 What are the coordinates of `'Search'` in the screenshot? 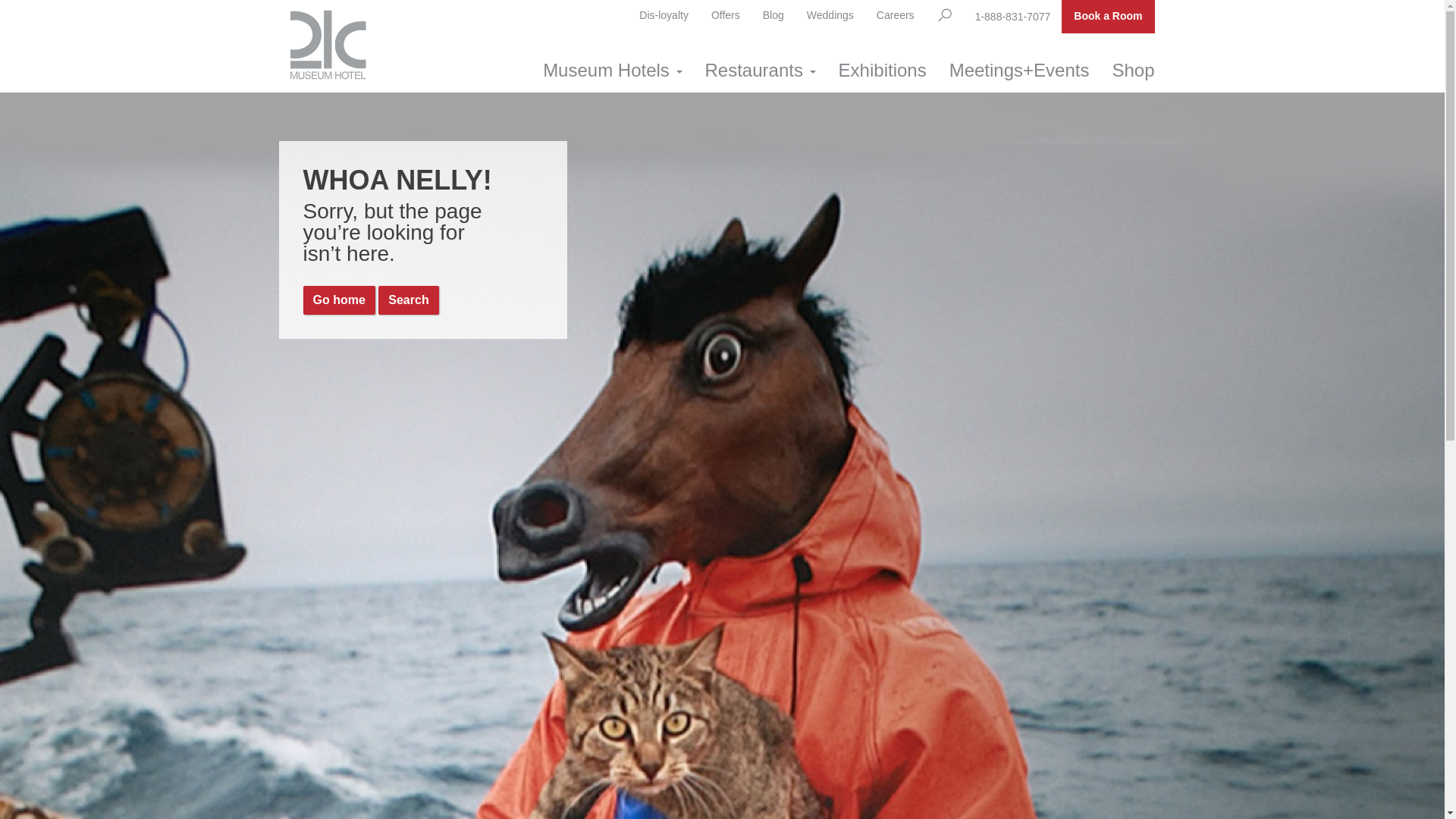 It's located at (408, 300).